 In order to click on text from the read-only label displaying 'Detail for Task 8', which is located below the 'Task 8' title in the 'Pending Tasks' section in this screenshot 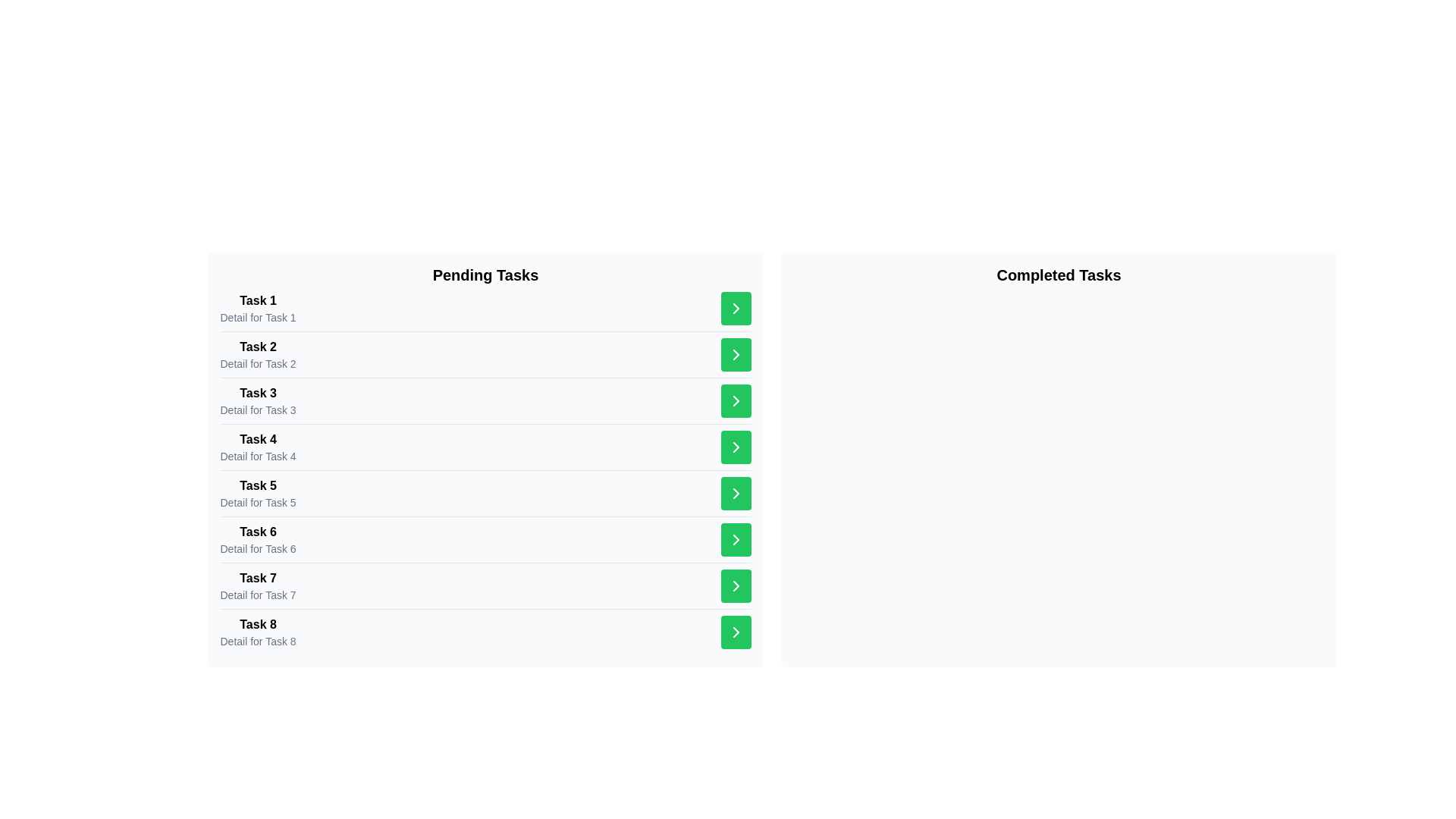, I will do `click(258, 641)`.